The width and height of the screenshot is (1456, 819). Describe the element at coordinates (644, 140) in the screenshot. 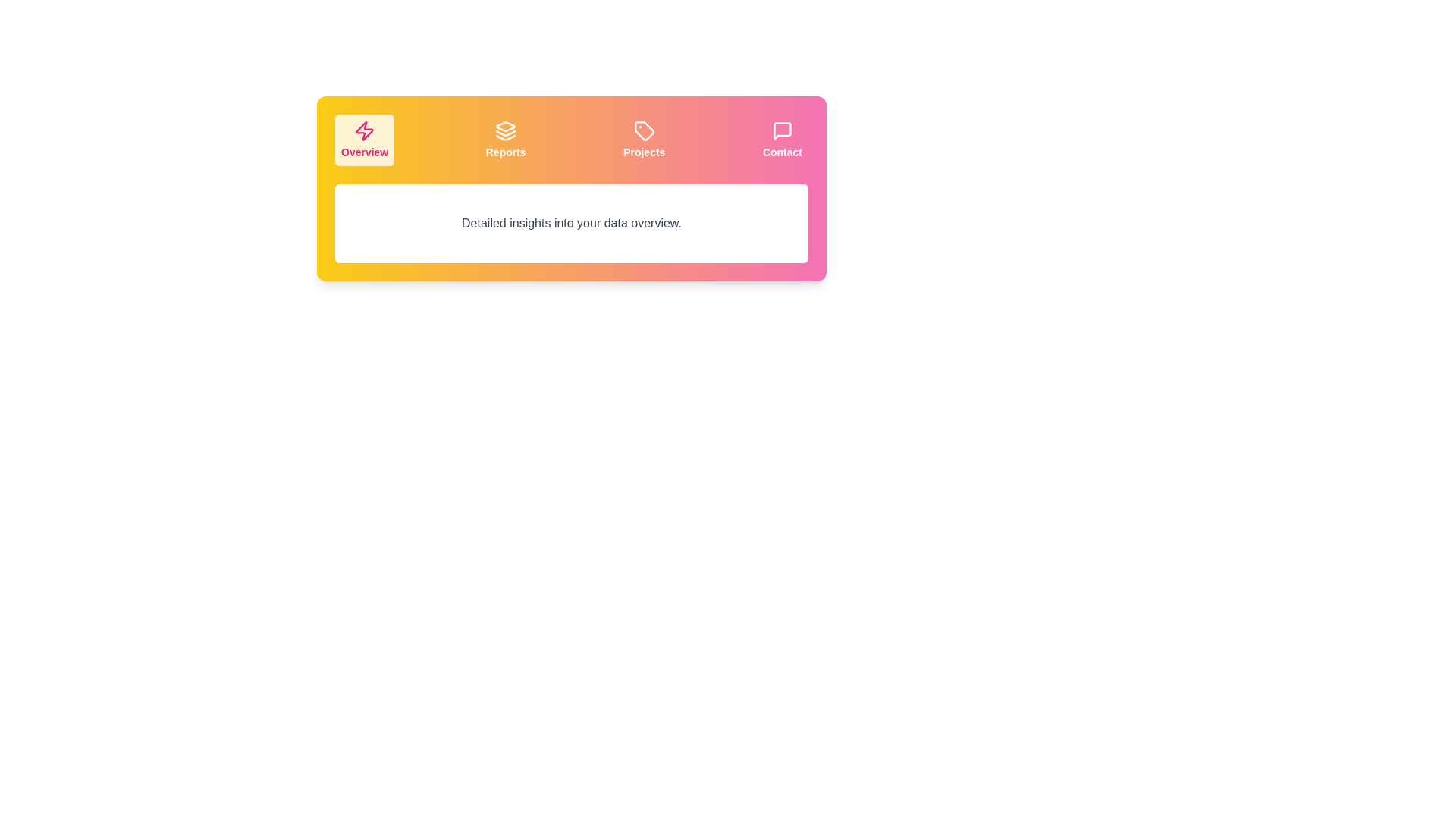

I see `the 'Projects' navigation button with an icon resembling a price tag, located in the horizontal navigation bar` at that location.